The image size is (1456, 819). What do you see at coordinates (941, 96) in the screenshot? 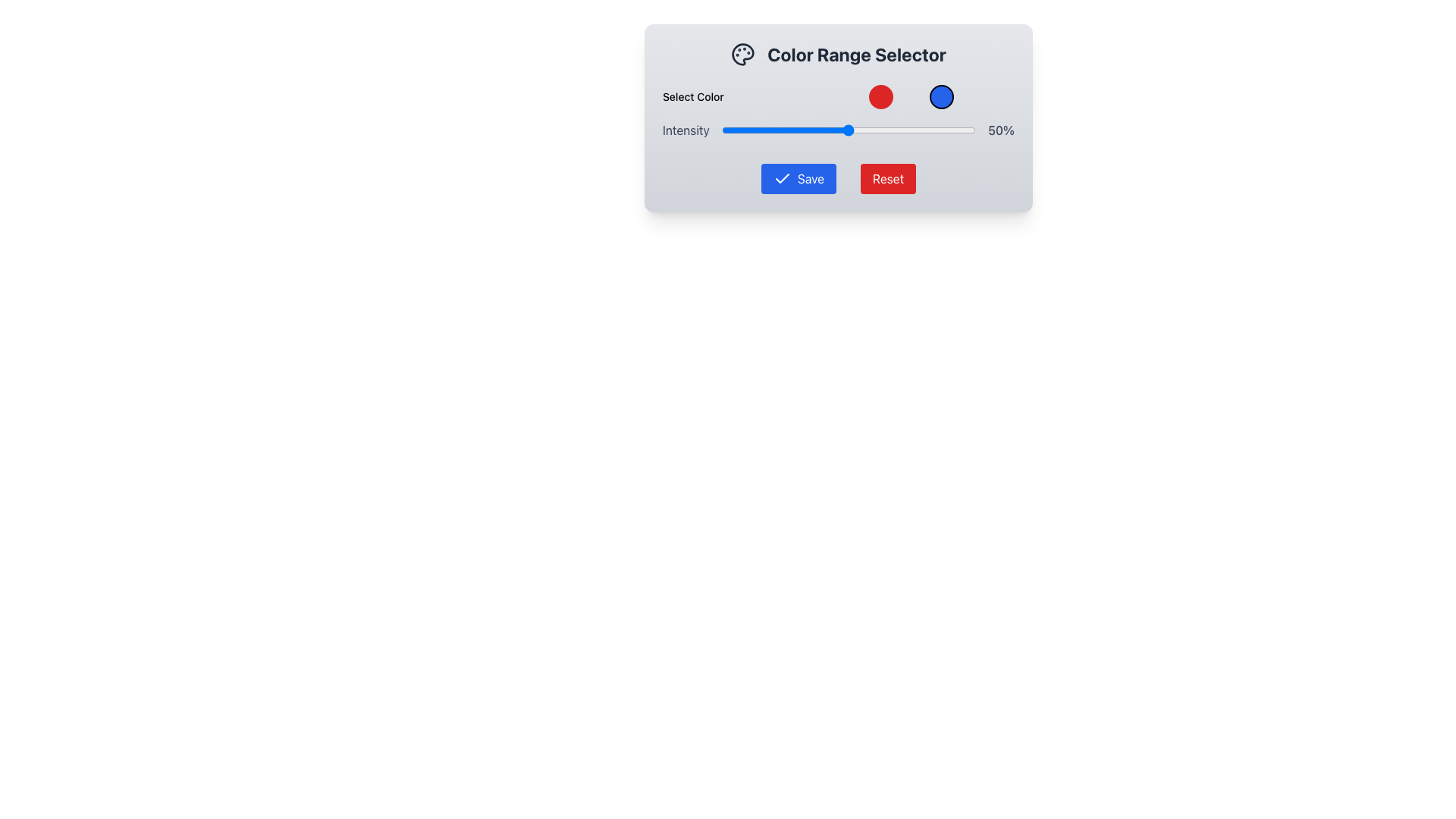
I see `the third circular button from the left in the upper half of the interface` at bounding box center [941, 96].